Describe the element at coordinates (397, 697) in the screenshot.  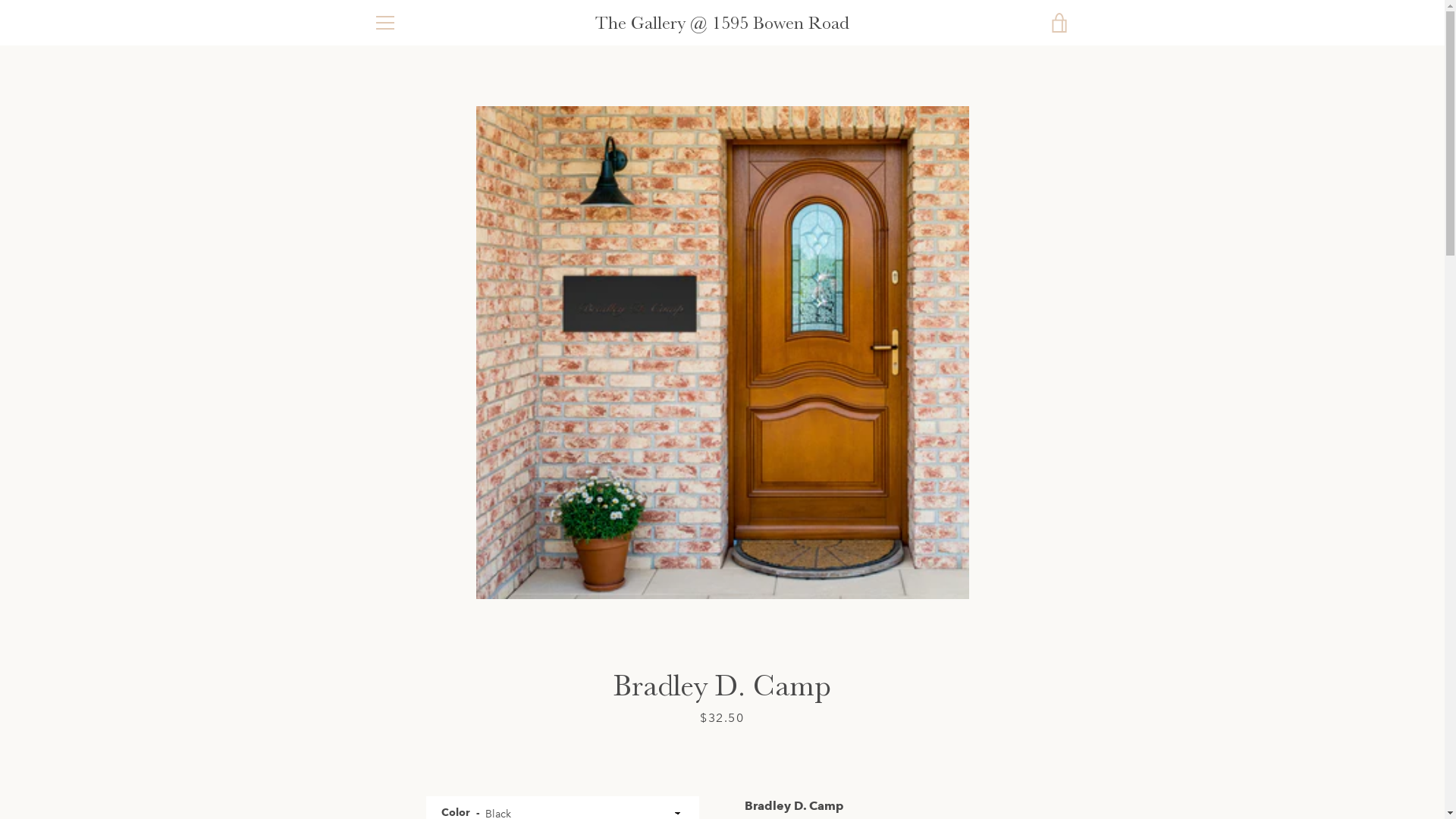
I see `'CONTACT'` at that location.